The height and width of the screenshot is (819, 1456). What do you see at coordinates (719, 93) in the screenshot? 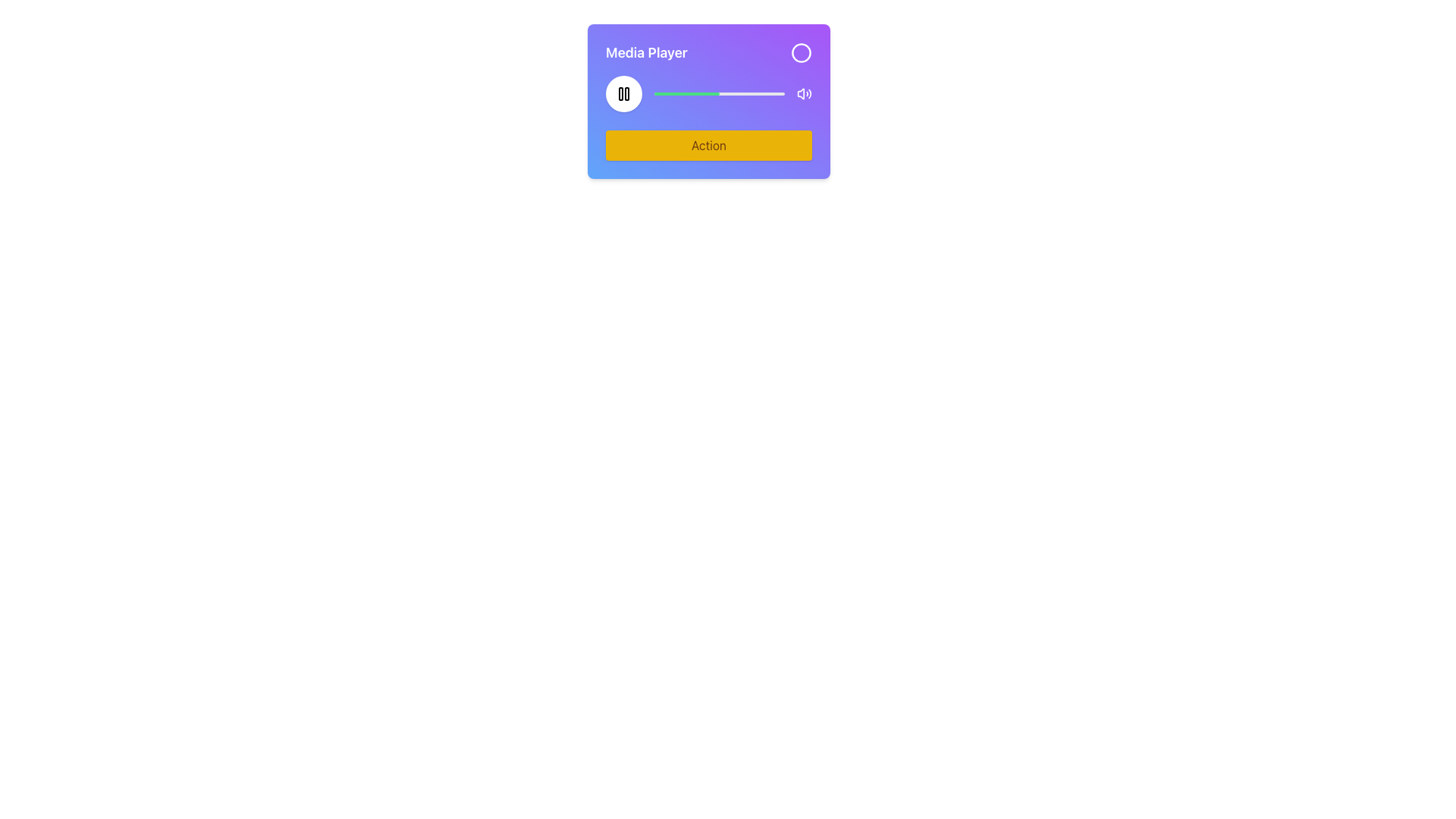
I see `the progress value displayed on the progress bar located between a circular button and a volume indicator icon` at bounding box center [719, 93].